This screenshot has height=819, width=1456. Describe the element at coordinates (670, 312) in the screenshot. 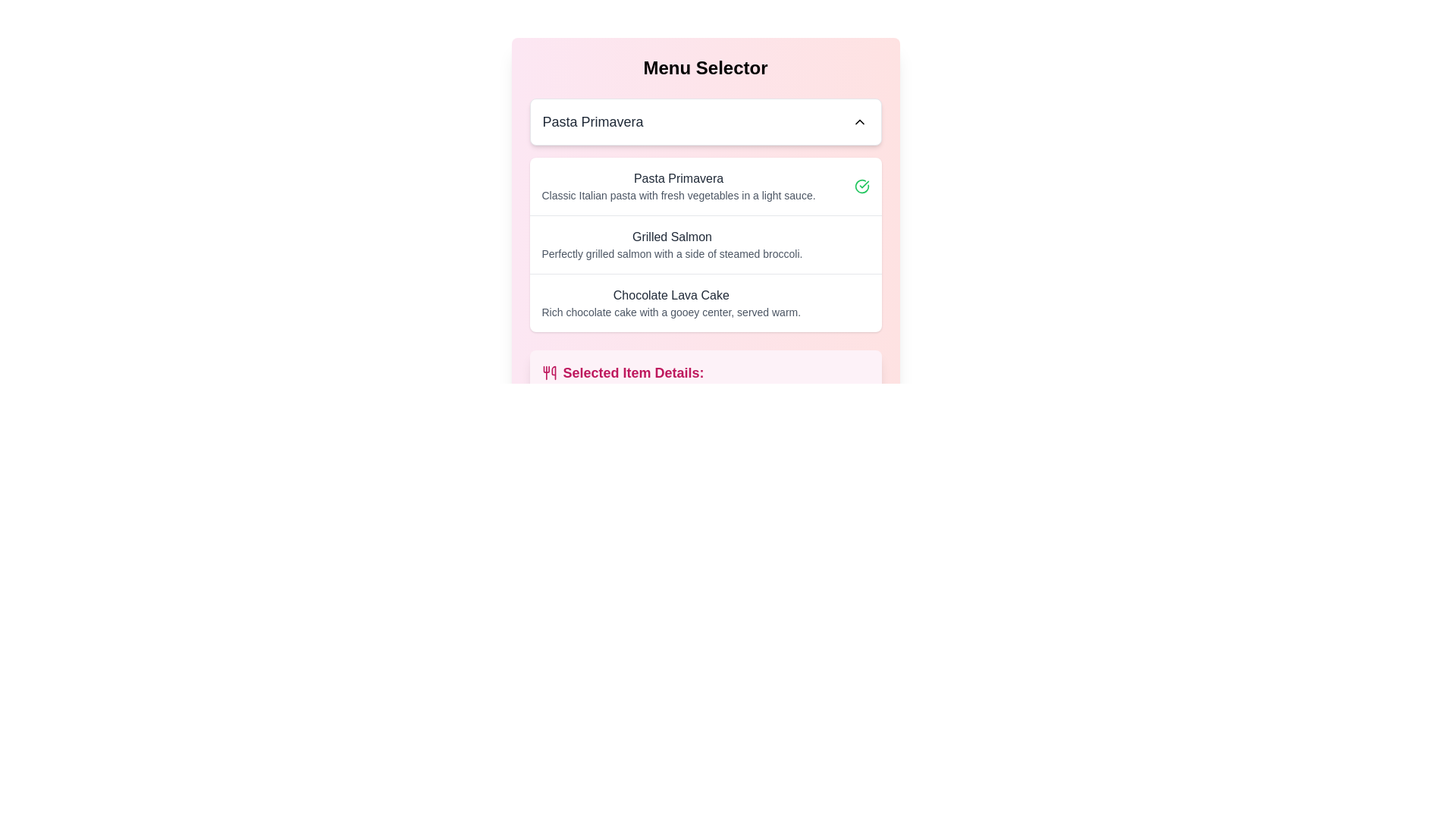

I see `the Text Display for 'Chocolate Lava Cake' to possibly trigger additional information` at that location.